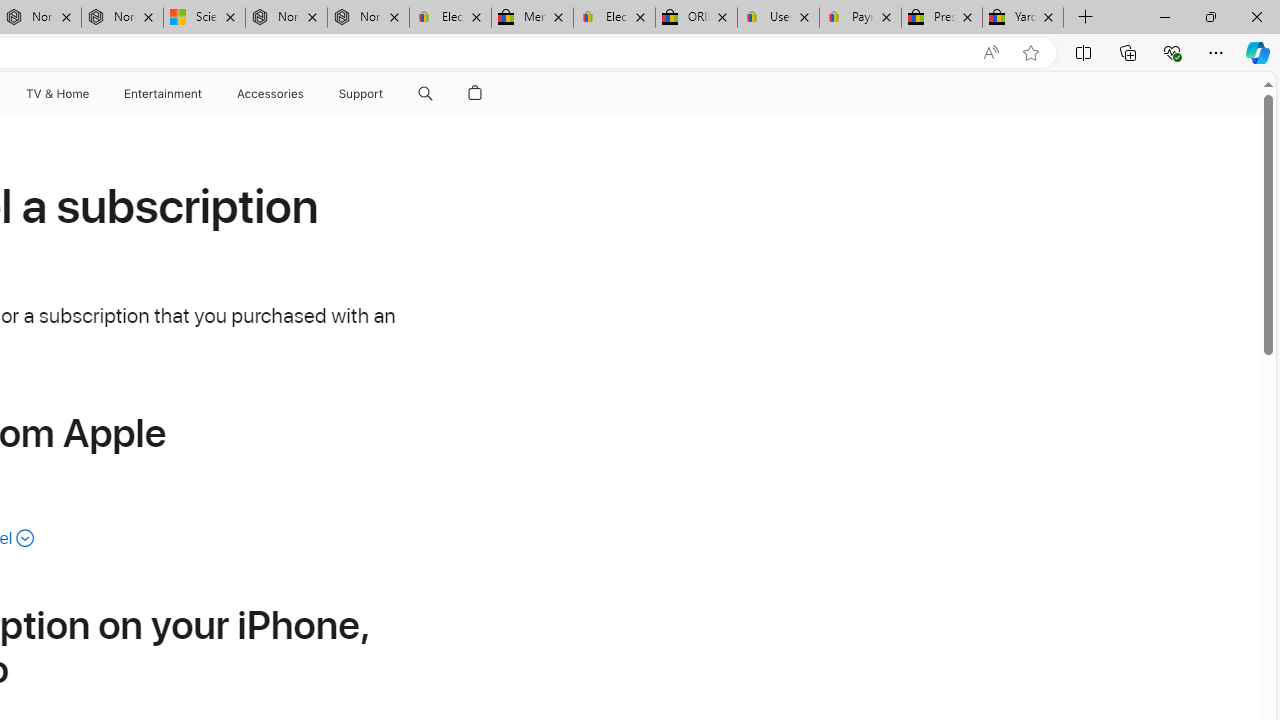 The height and width of the screenshot is (720, 1280). I want to click on 'Press Room - eBay Inc.', so click(941, 17).